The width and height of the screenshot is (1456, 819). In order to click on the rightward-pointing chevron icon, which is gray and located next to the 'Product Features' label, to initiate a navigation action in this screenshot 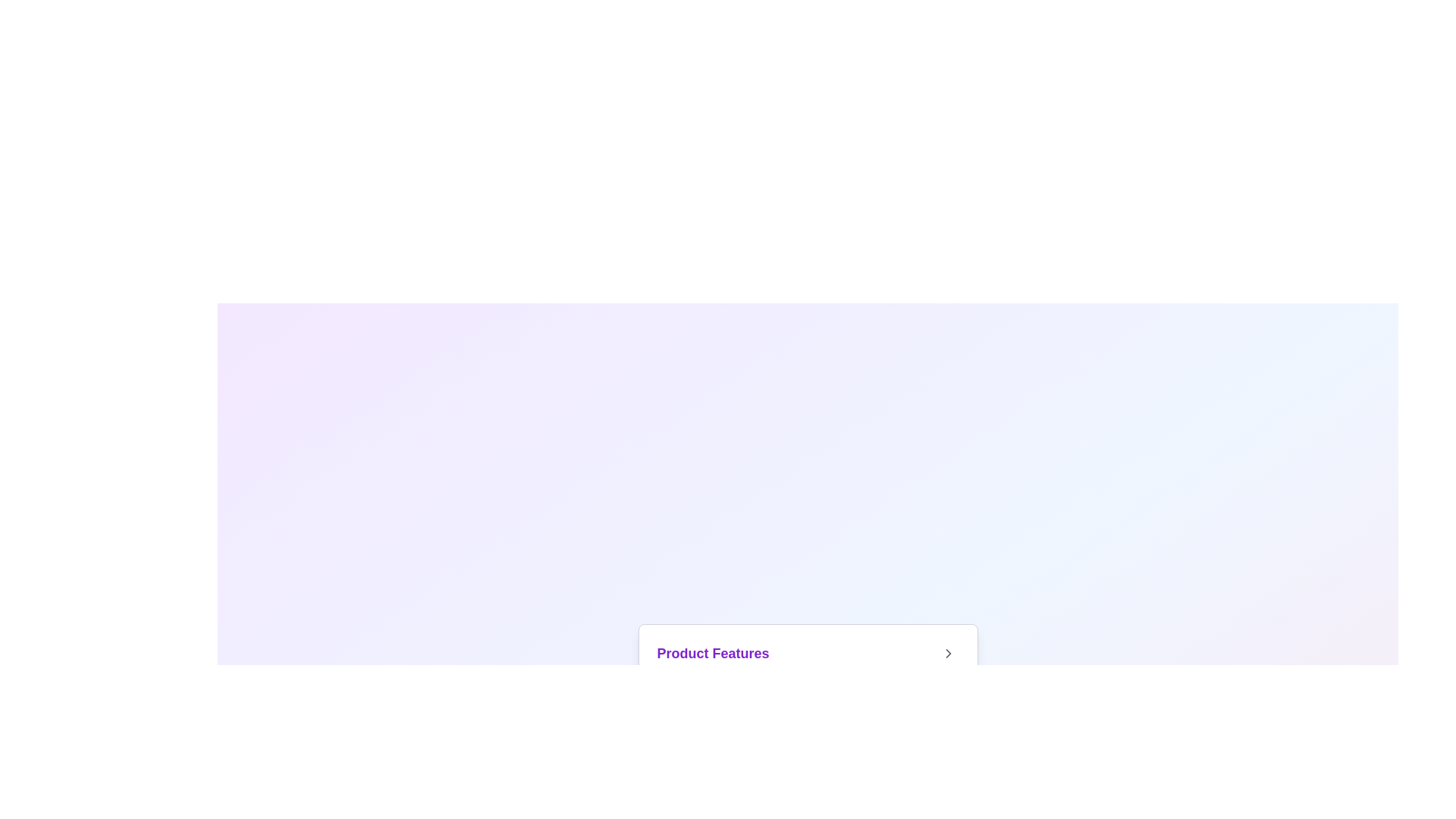, I will do `click(947, 652)`.